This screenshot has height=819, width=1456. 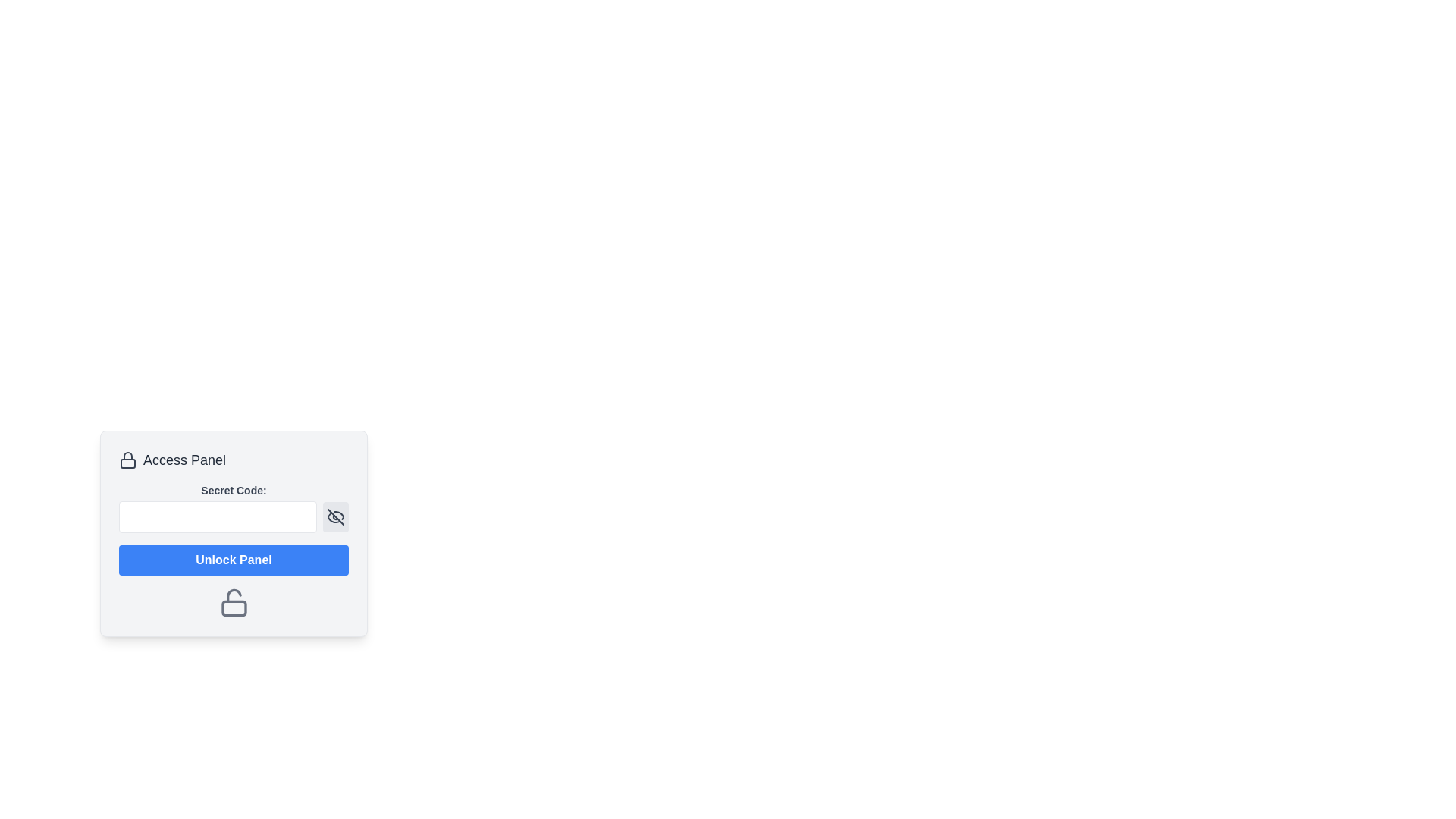 What do you see at coordinates (127, 455) in the screenshot?
I see `the top curved part of the lock icon in the 'Access Panel', which is a decorative element and non-interactive` at bounding box center [127, 455].